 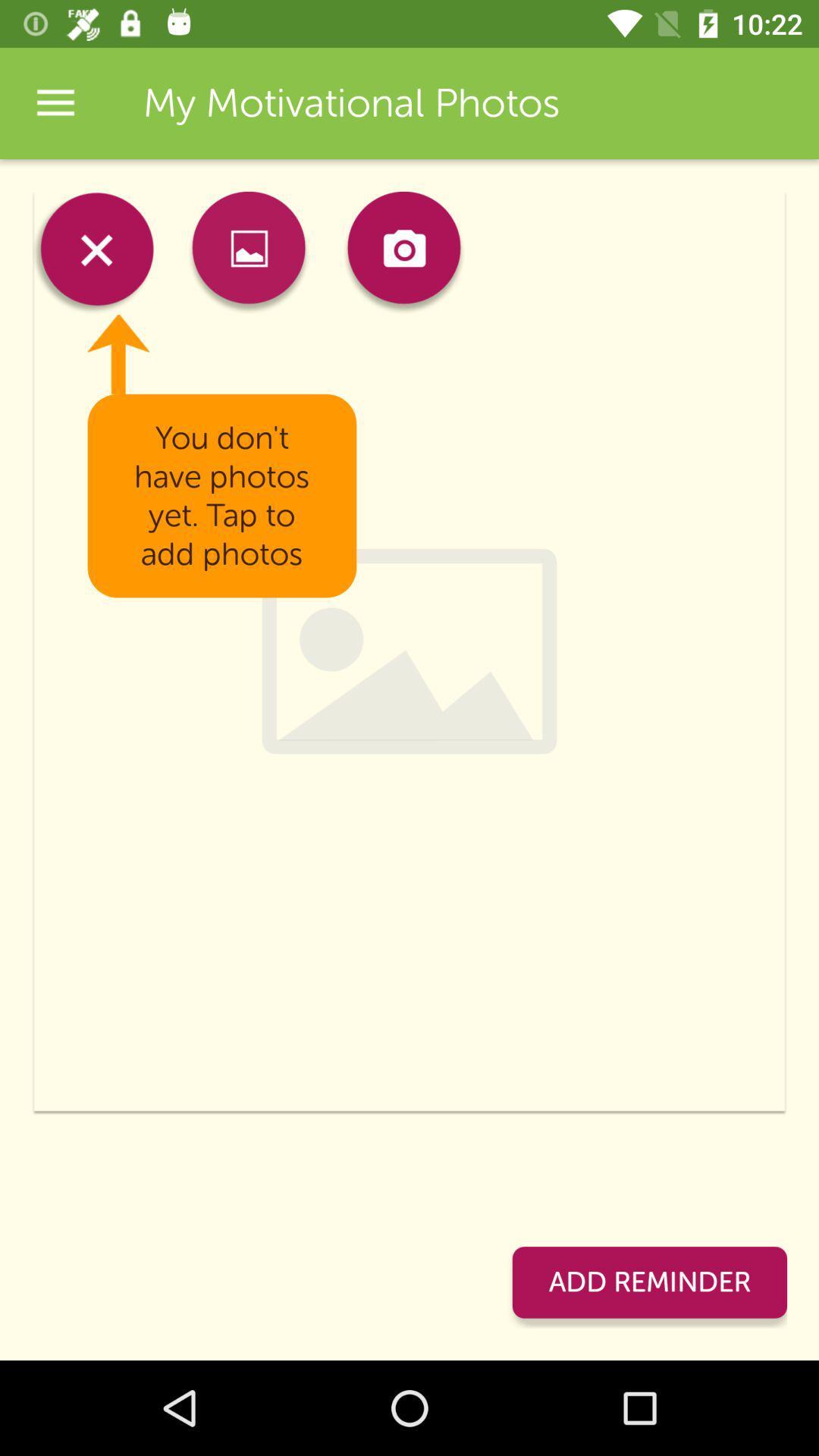 What do you see at coordinates (648, 1282) in the screenshot?
I see `add reminder icon` at bounding box center [648, 1282].